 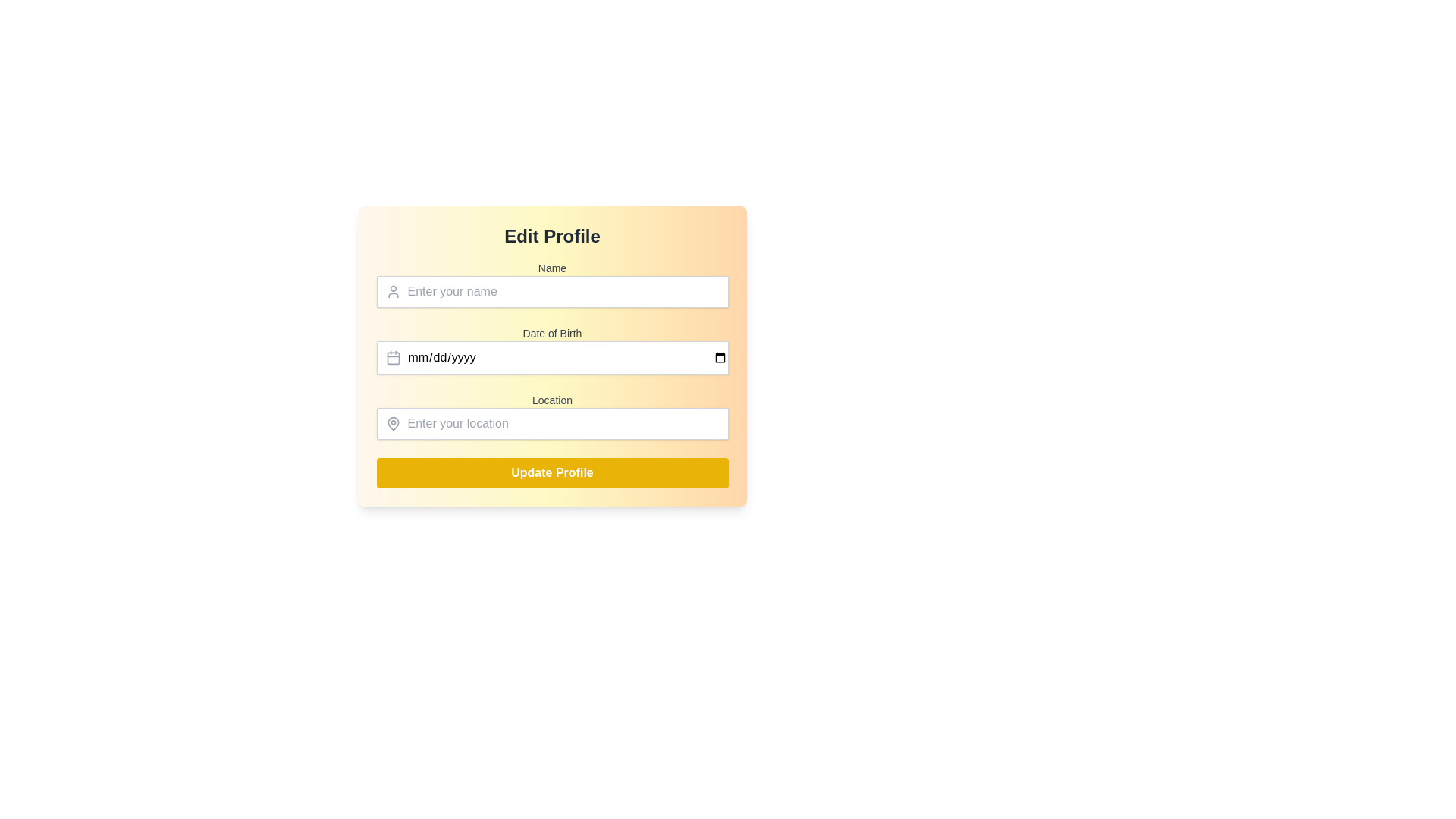 What do you see at coordinates (551, 350) in the screenshot?
I see `the 'Date of Birth' labeled input field` at bounding box center [551, 350].